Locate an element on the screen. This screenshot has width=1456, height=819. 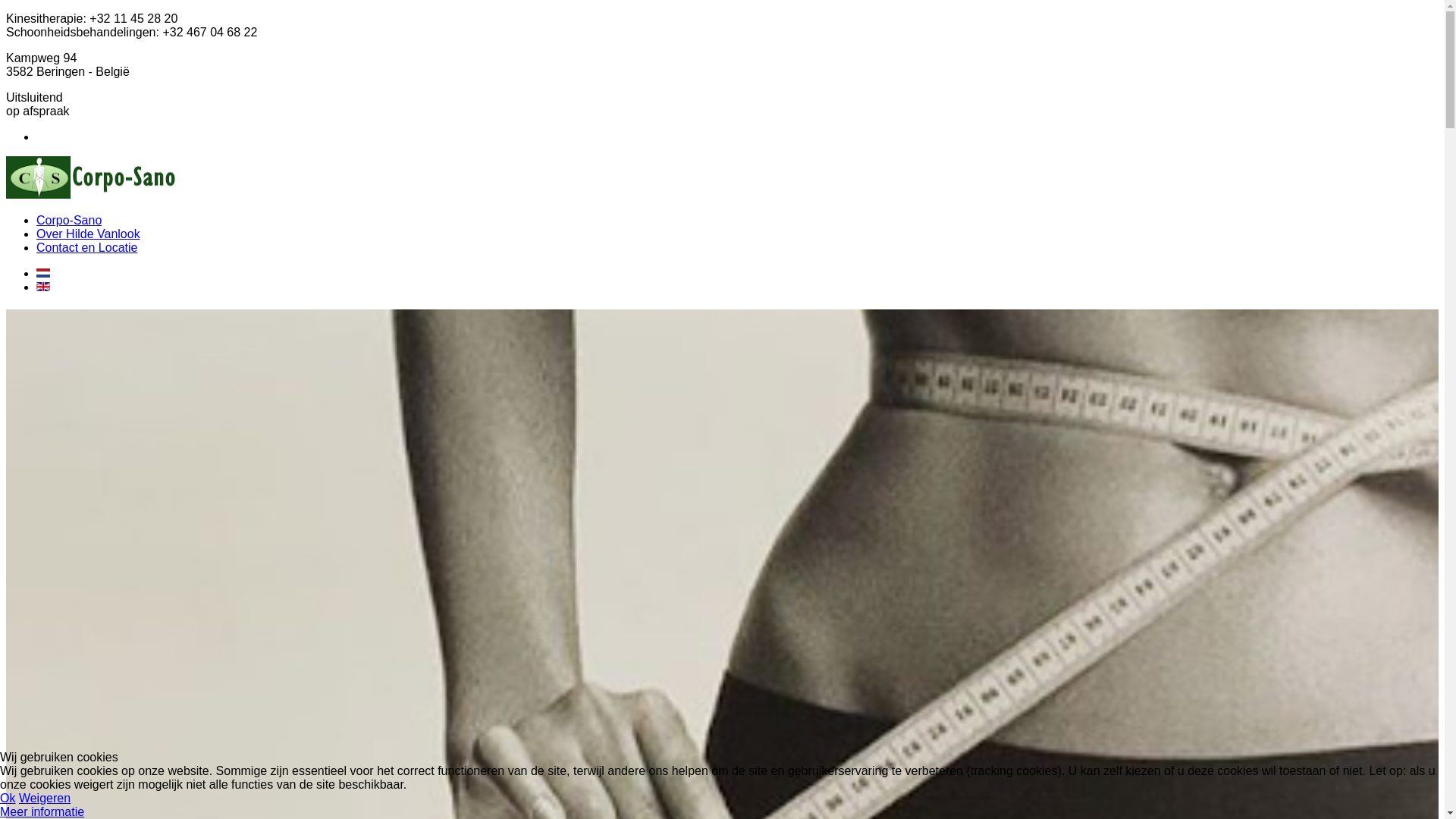
'Weigeren' is located at coordinates (44, 797).